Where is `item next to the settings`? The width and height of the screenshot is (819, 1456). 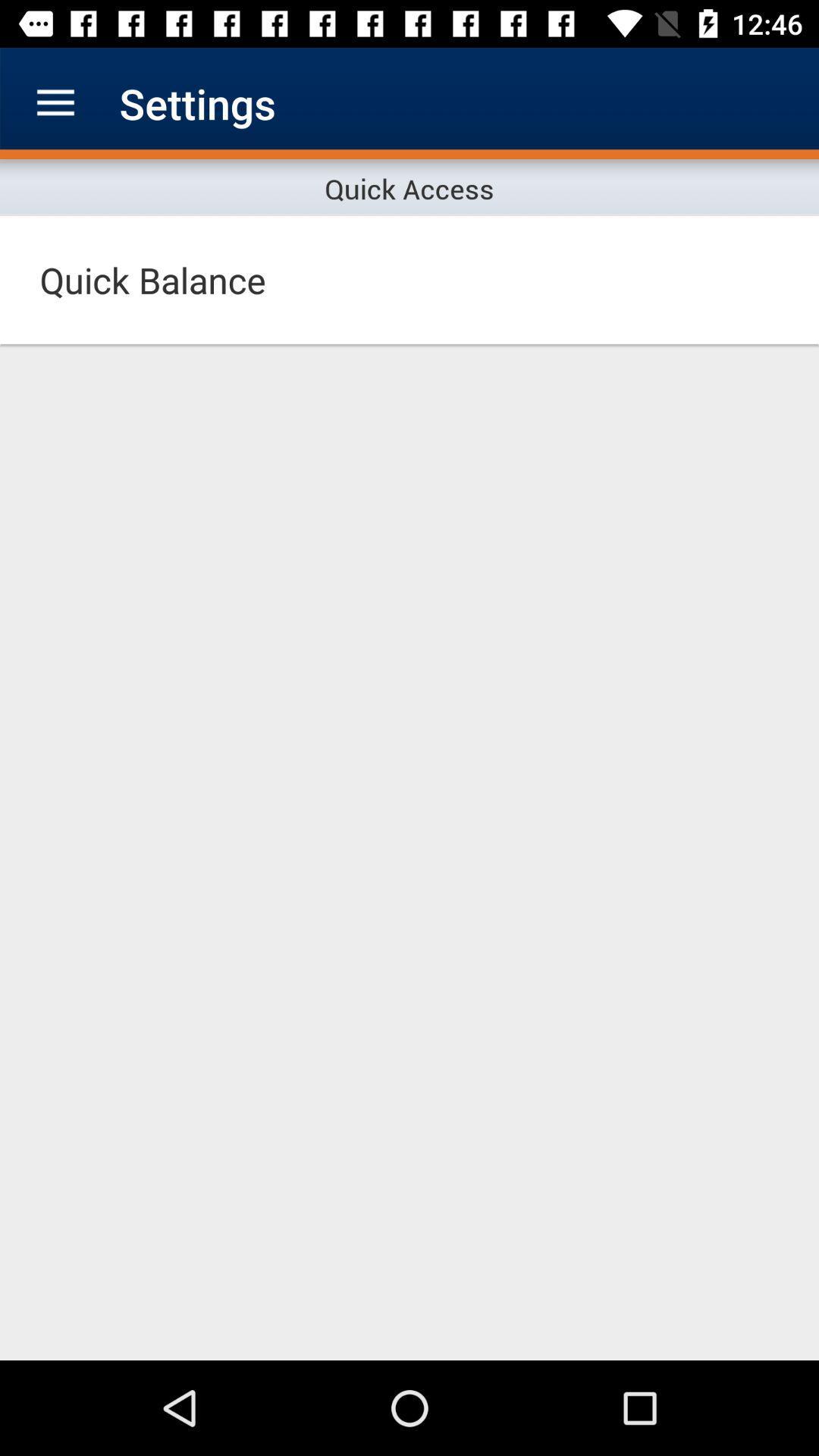
item next to the settings is located at coordinates (55, 102).